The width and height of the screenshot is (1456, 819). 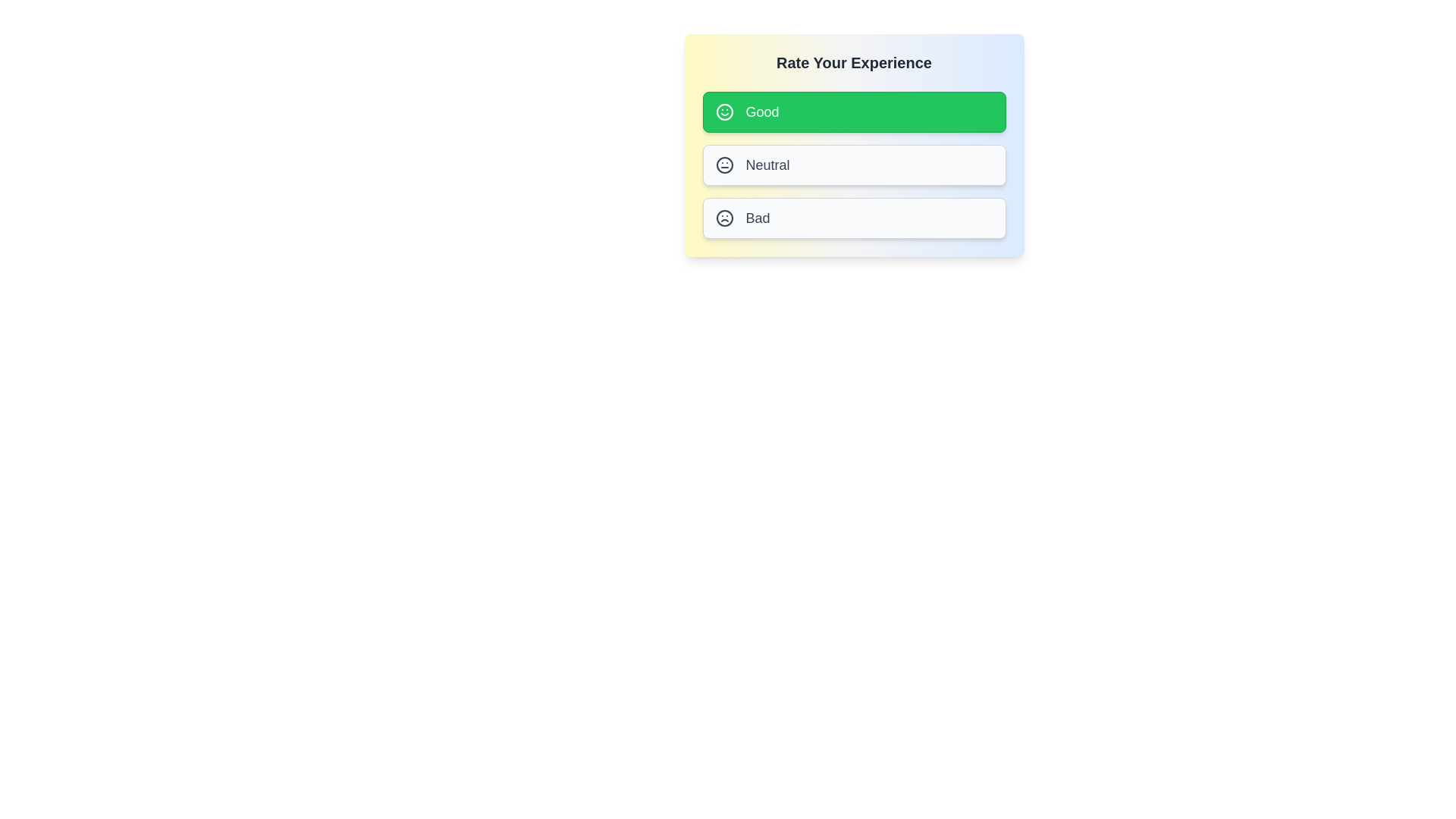 I want to click on the rating option labeled Good by clicking on it, so click(x=854, y=111).